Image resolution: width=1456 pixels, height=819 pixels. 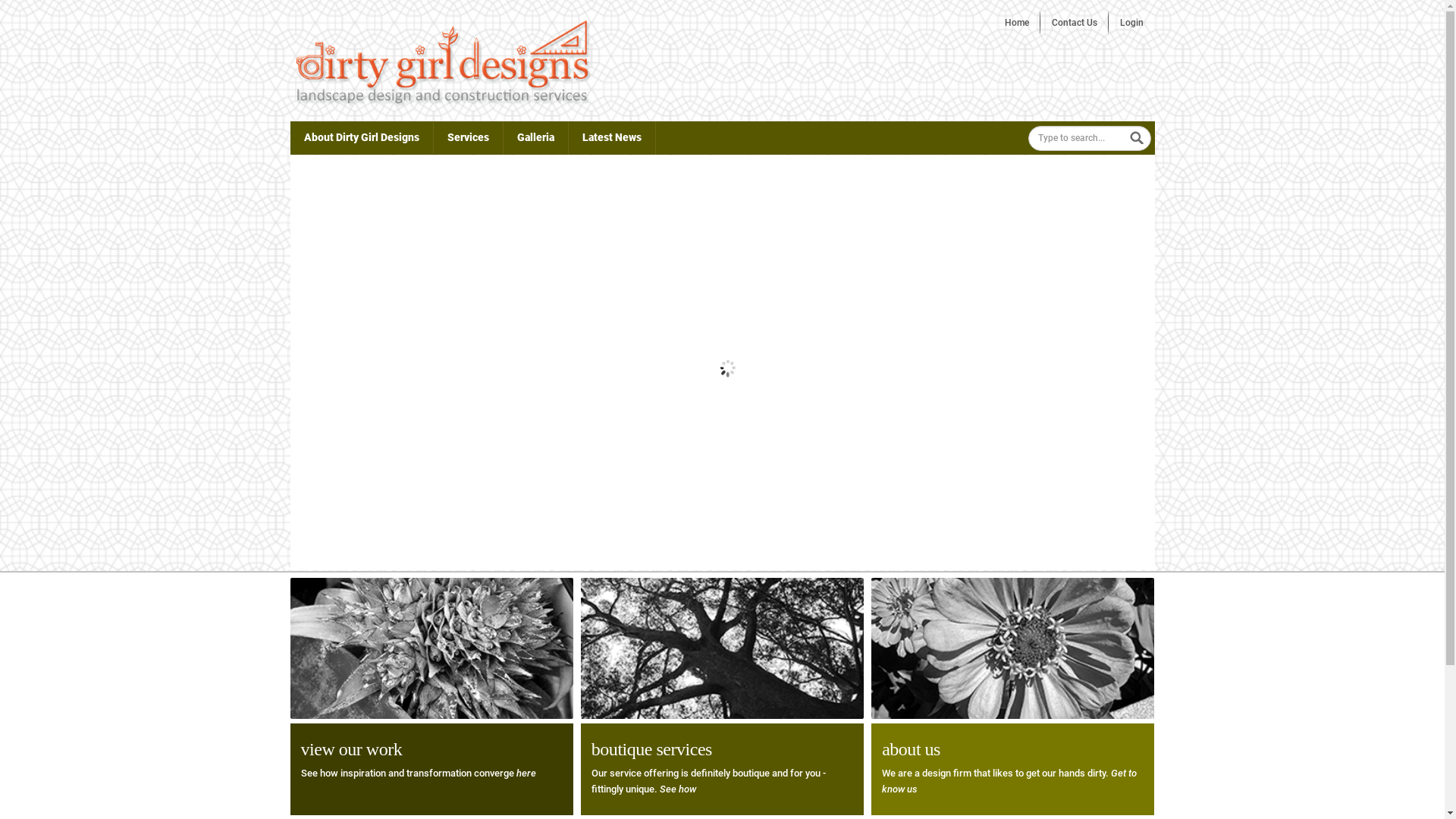 What do you see at coordinates (359, 137) in the screenshot?
I see `'About Dirty Girl Designs'` at bounding box center [359, 137].